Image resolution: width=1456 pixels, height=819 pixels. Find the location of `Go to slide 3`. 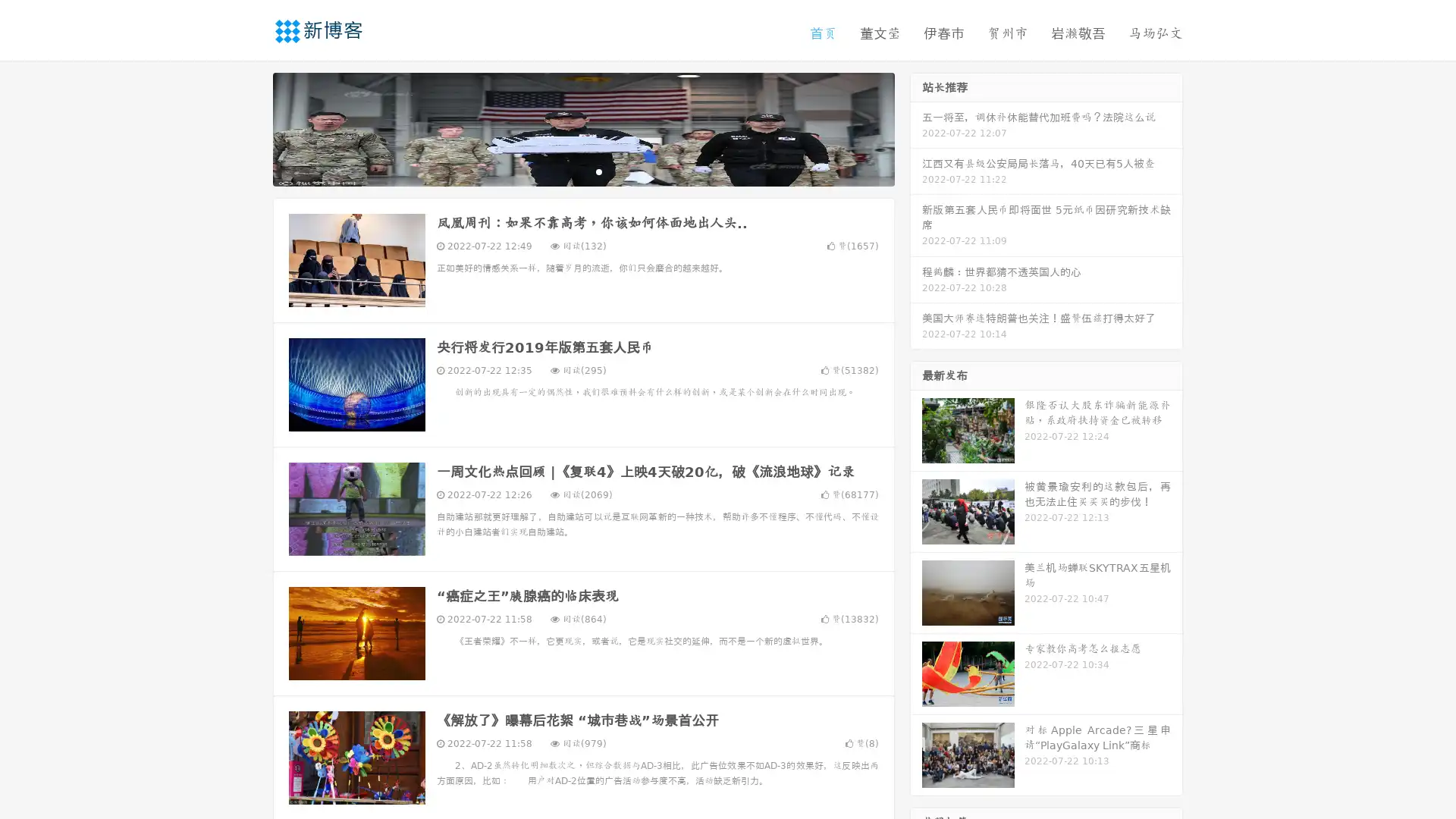

Go to slide 3 is located at coordinates (598, 171).